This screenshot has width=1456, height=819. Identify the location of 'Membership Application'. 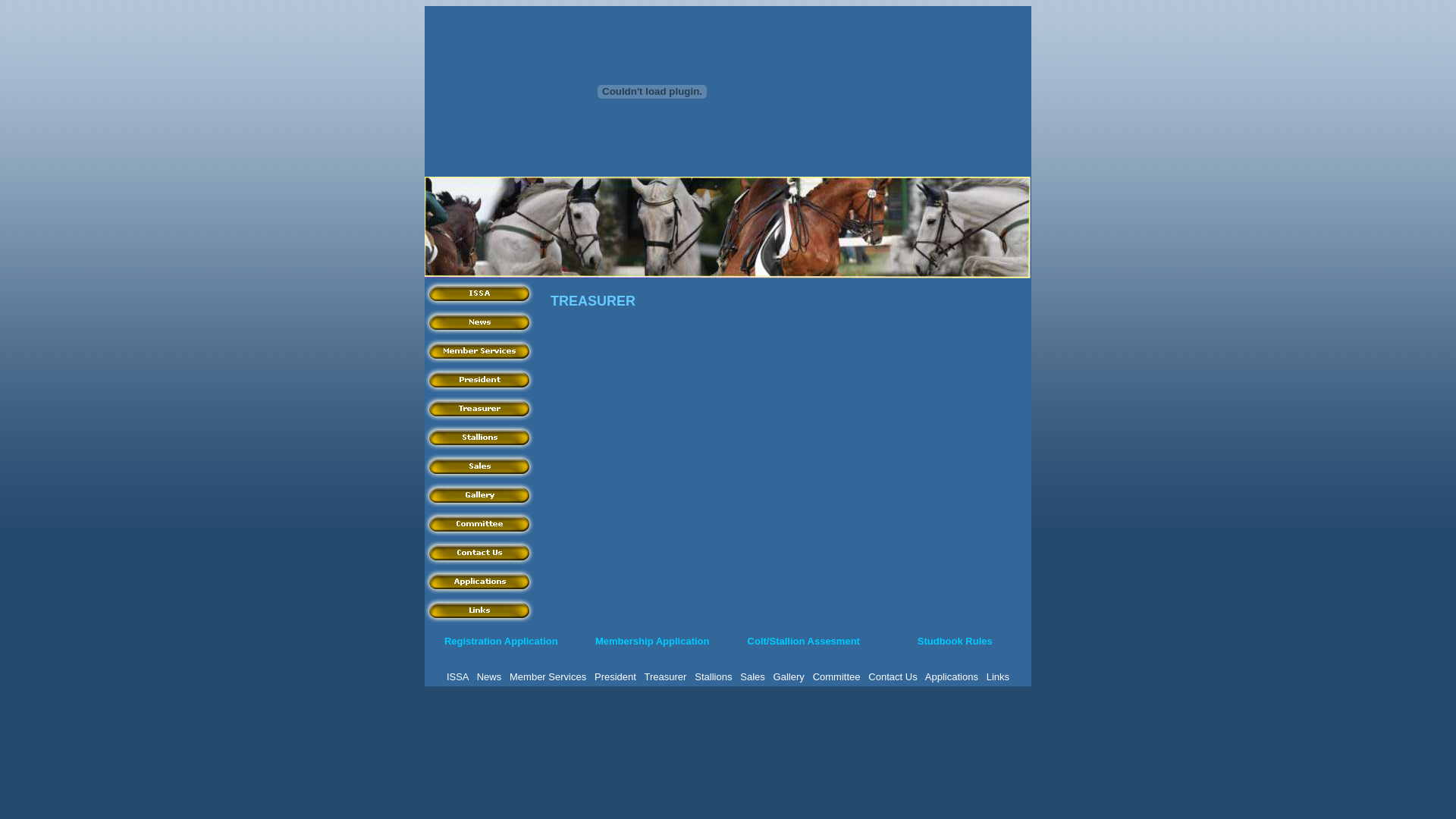
(651, 641).